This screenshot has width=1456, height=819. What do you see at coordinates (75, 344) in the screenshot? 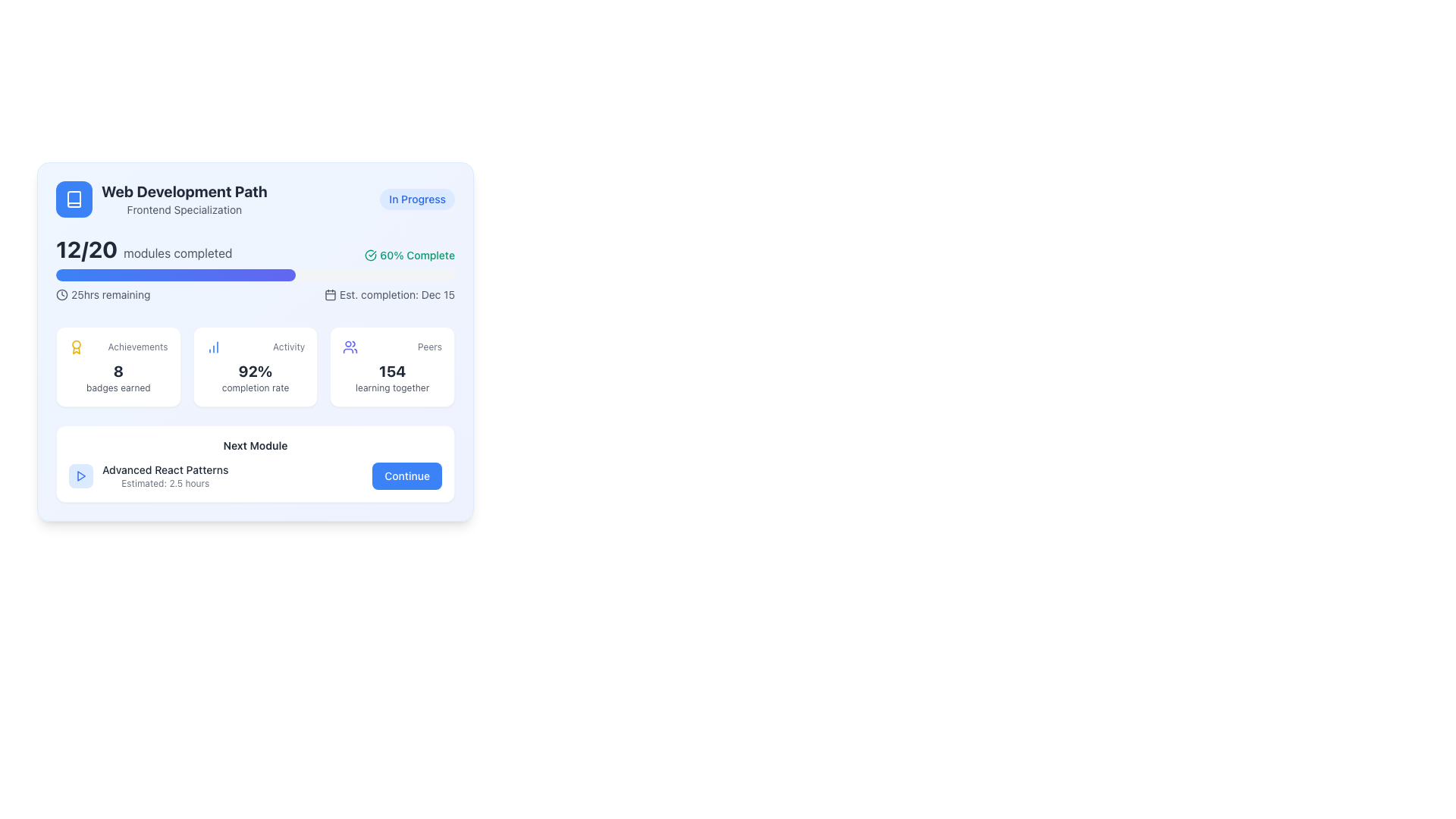
I see `the decorative vector graphic circle located in the top left section of the widget card, adjacent to the 'Achievements' text` at bounding box center [75, 344].